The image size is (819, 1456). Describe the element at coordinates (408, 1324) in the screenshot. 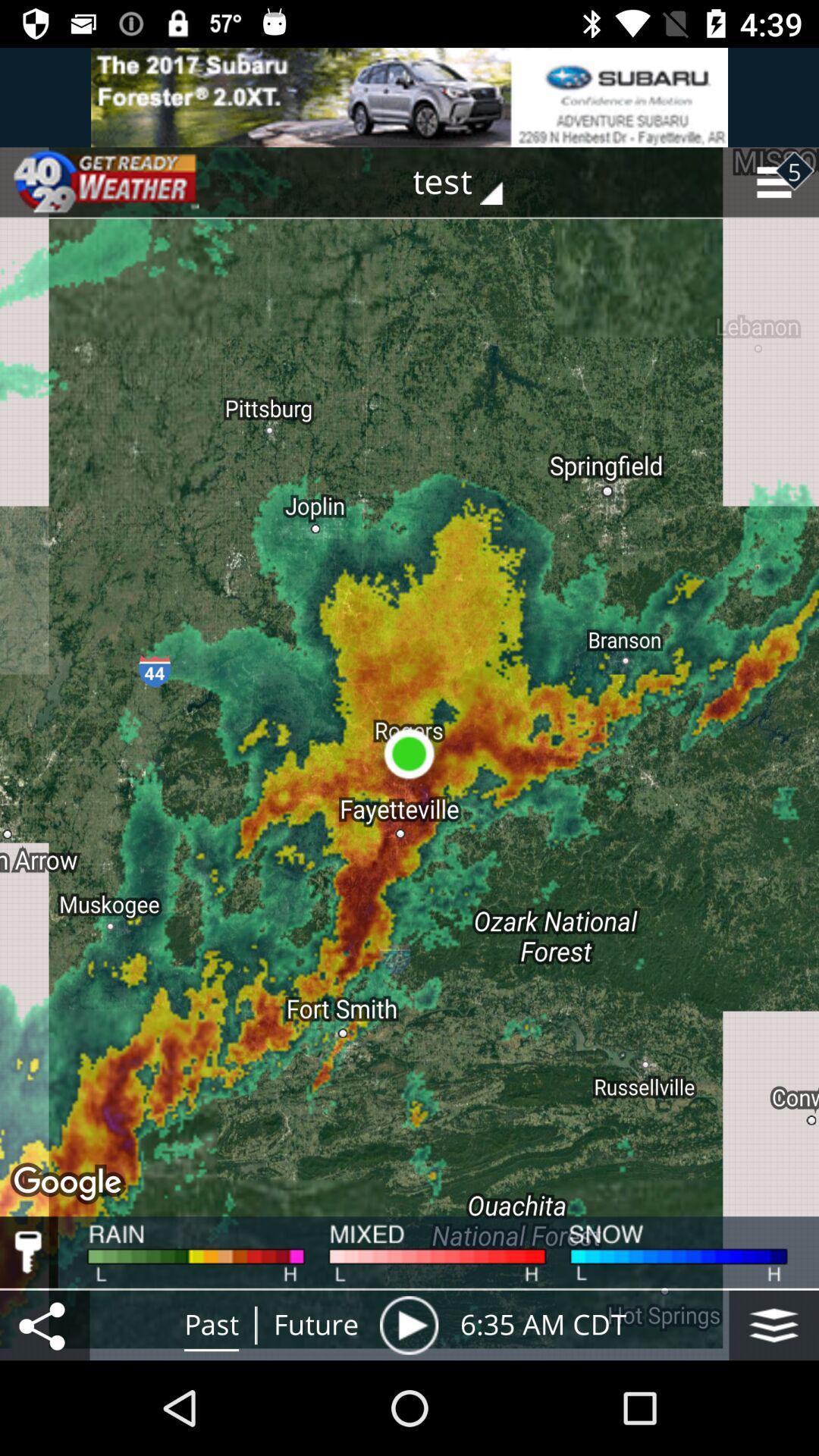

I see `video` at that location.